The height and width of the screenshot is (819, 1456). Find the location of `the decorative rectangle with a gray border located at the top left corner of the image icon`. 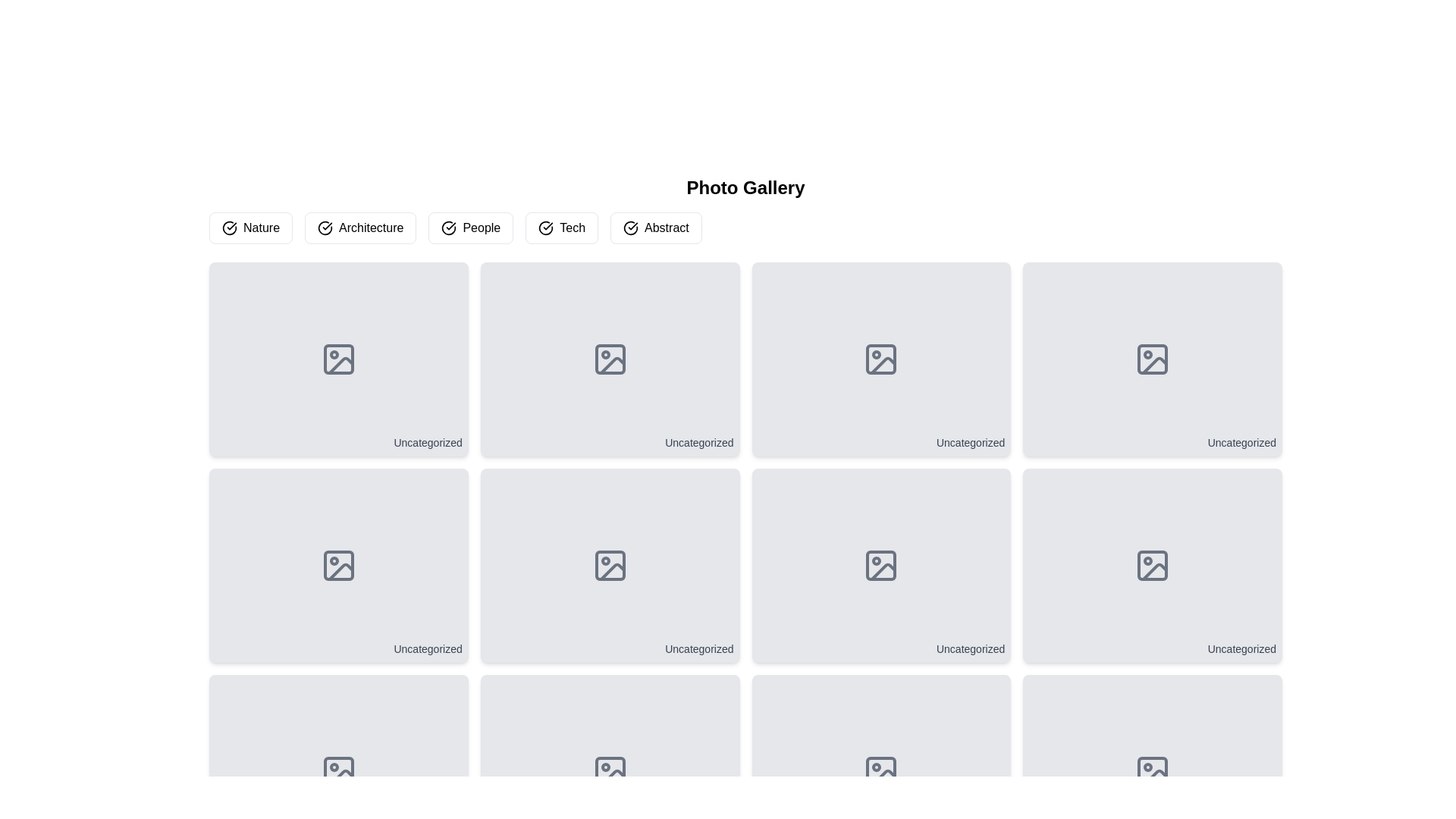

the decorative rectangle with a gray border located at the top left corner of the image icon is located at coordinates (337, 565).